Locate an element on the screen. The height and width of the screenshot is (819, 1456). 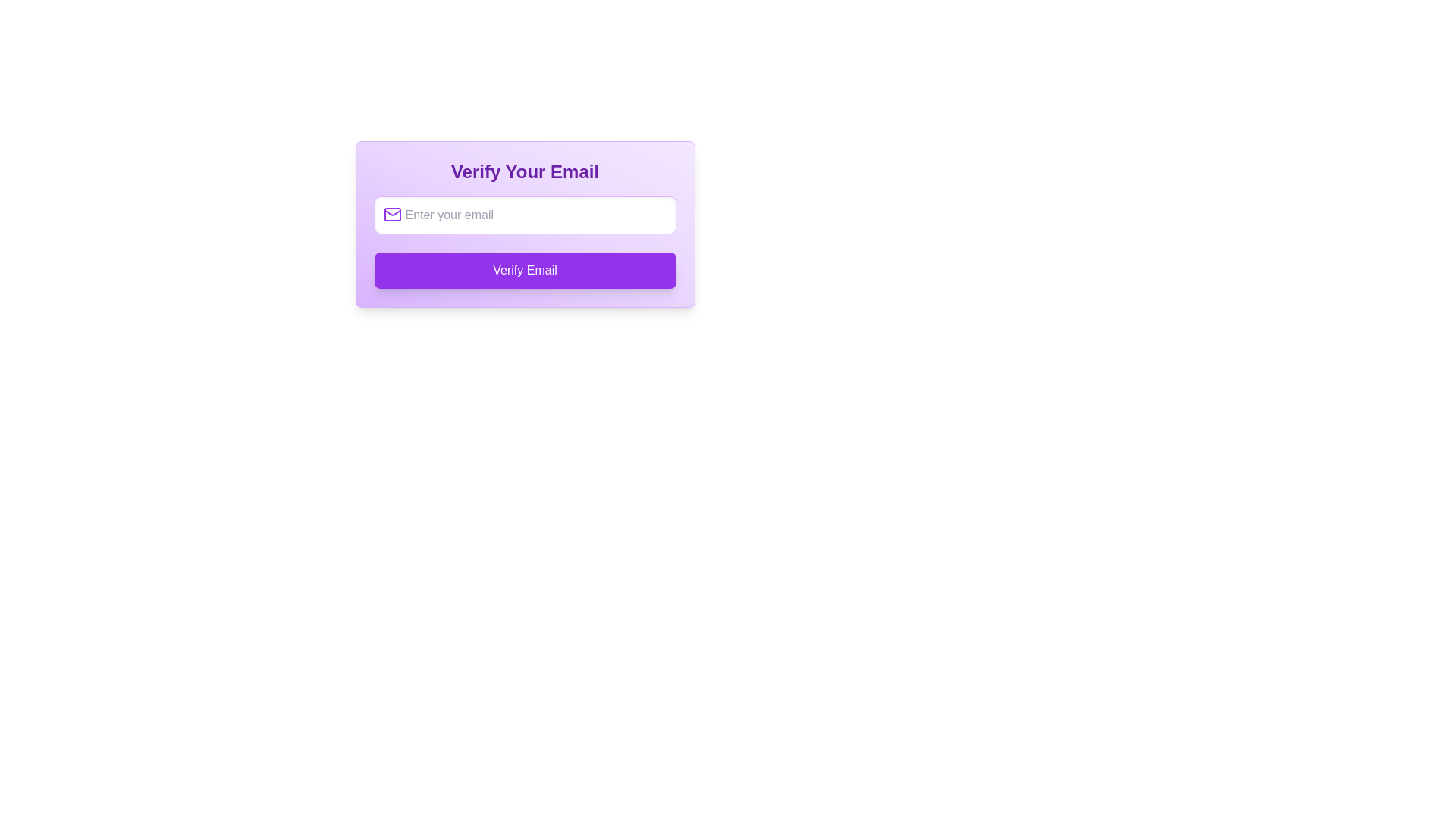
the input field within the 'Verify Your Email' panel to type an email address is located at coordinates (525, 224).